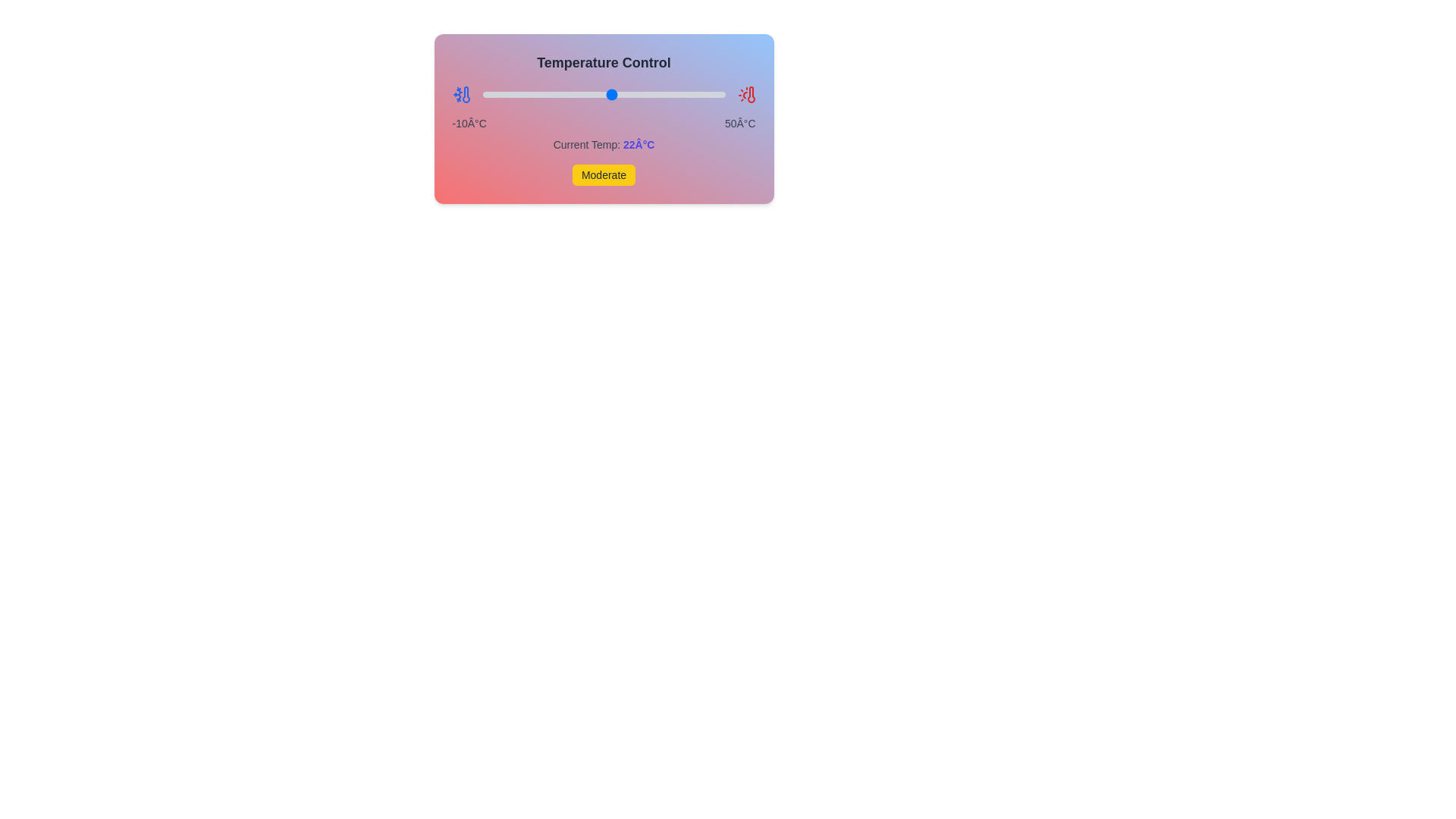  What do you see at coordinates (535, 94) in the screenshot?
I see `the temperature slider to 3°C` at bounding box center [535, 94].